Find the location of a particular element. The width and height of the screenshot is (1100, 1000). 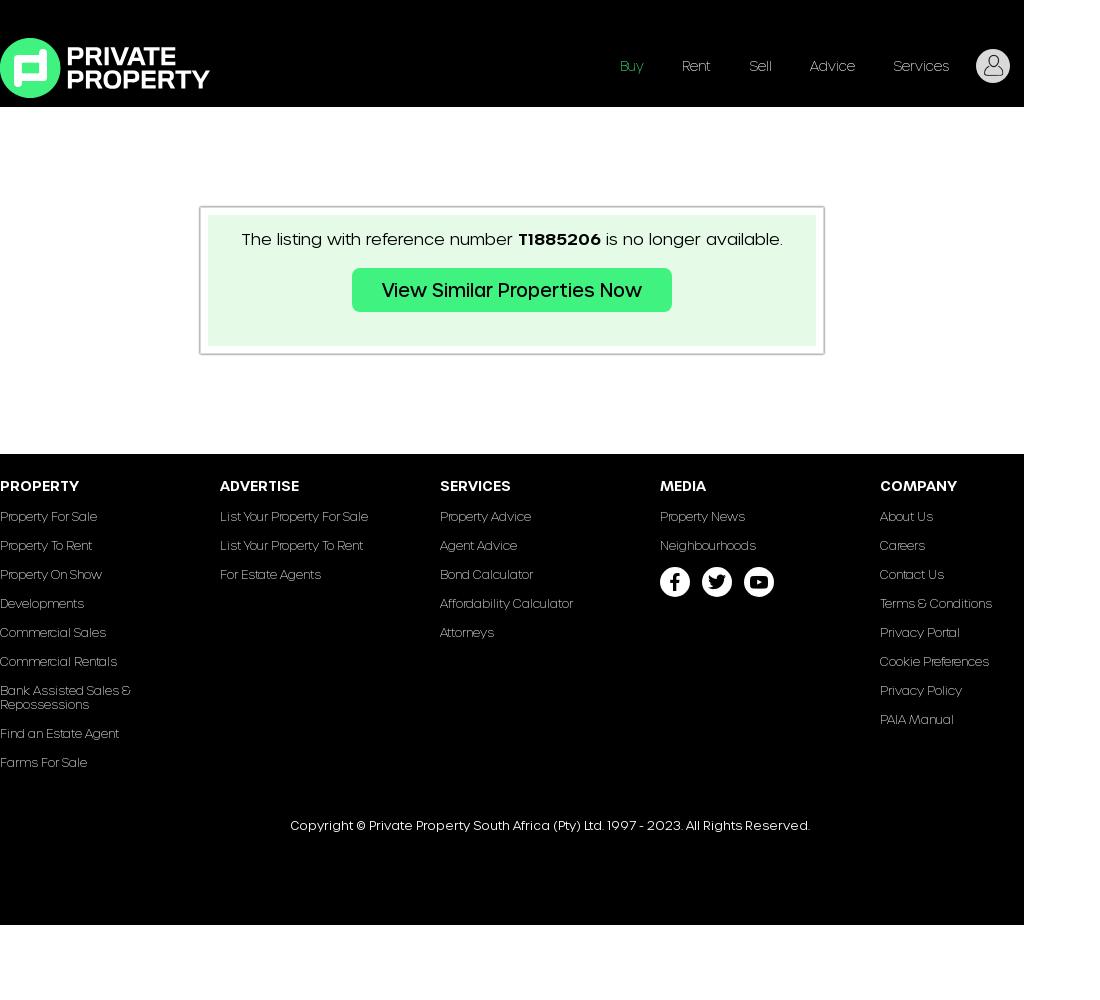

'Farms For Sale' is located at coordinates (42, 762).